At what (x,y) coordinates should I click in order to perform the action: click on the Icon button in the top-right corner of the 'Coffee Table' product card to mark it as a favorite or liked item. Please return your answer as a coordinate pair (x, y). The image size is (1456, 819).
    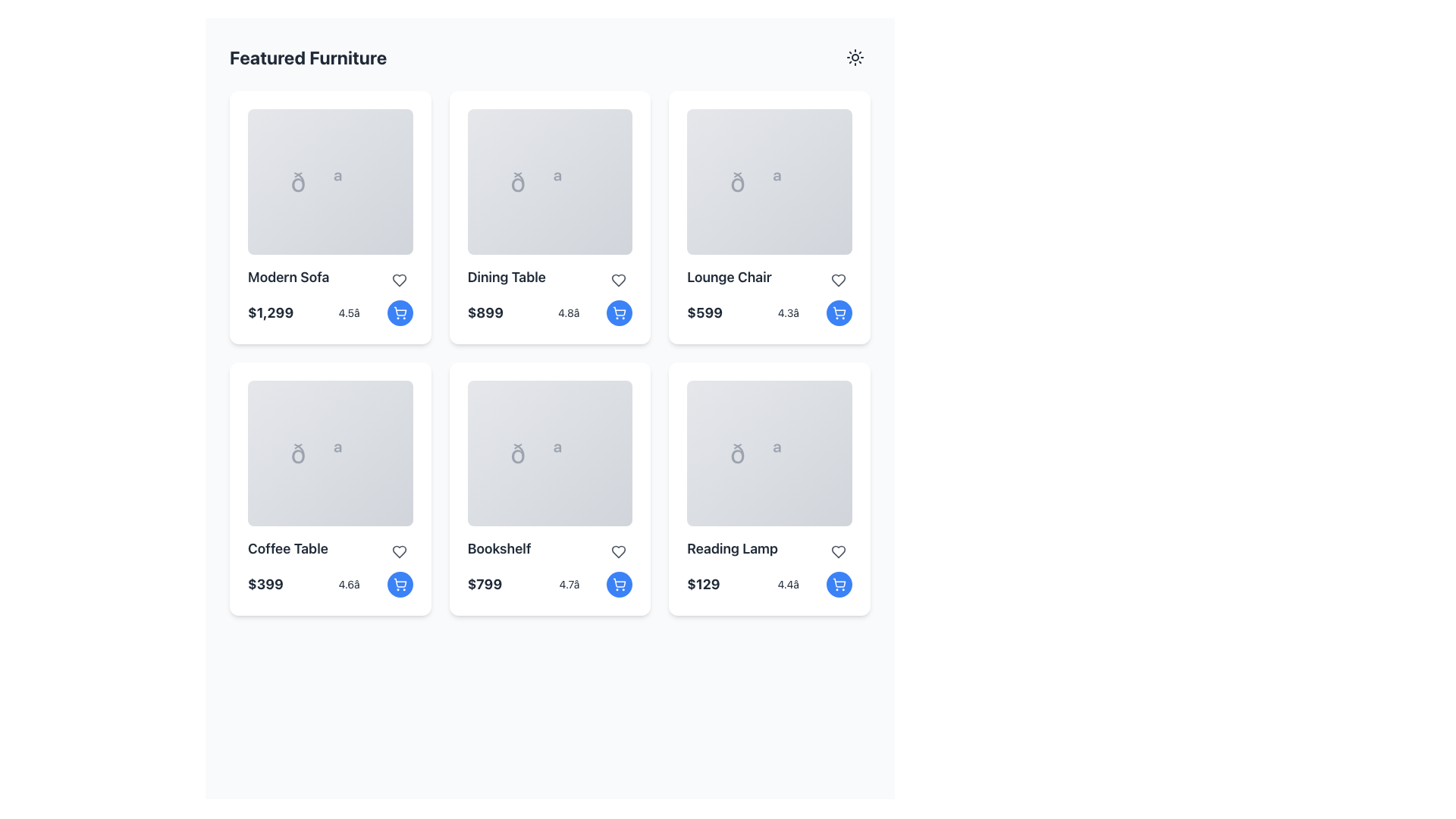
    Looking at the image, I should click on (399, 552).